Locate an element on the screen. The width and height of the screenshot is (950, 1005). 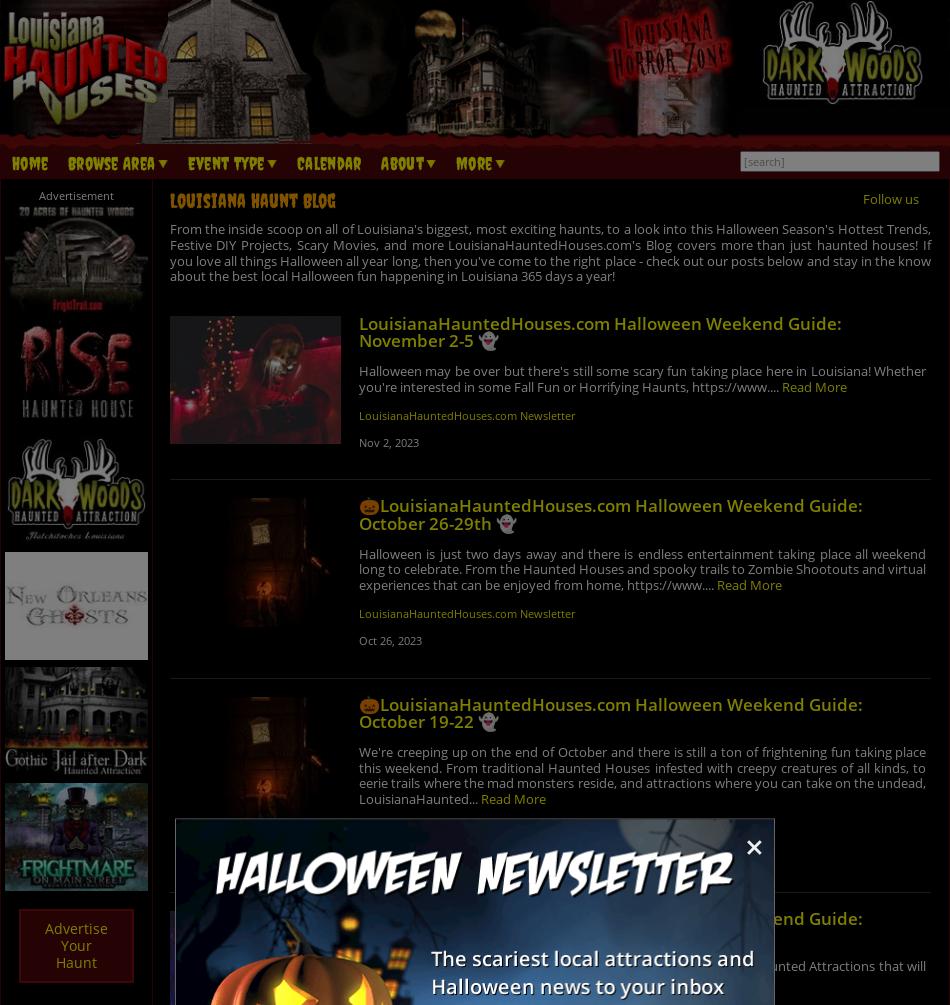
'LouisianaHauntedHouses.com Halloween Weekend Guide: November 2-5 👻' is located at coordinates (599, 330).